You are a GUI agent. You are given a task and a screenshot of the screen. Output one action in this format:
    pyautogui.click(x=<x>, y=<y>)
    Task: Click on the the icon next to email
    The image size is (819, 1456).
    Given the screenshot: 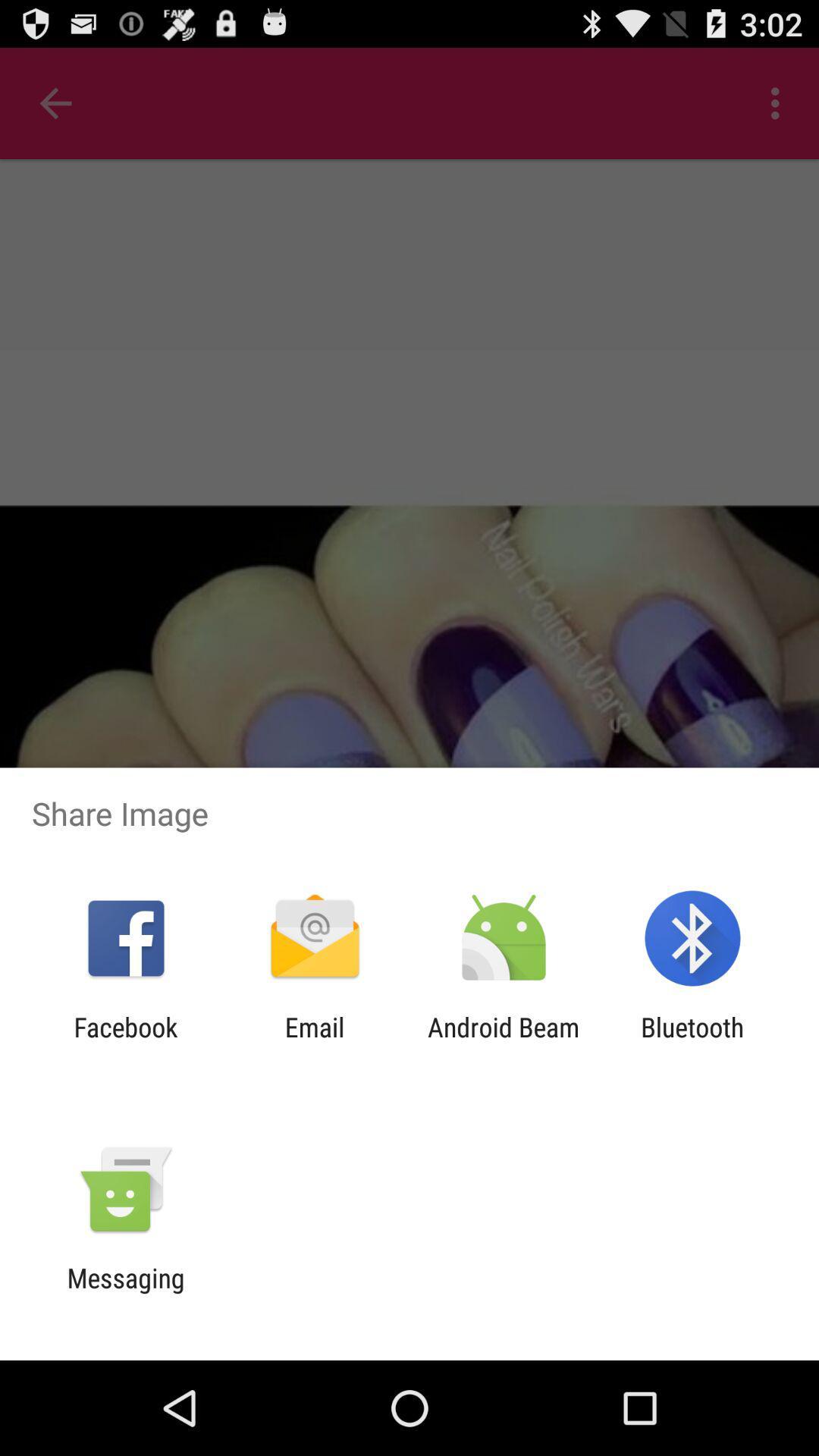 What is the action you would take?
    pyautogui.click(x=125, y=1042)
    